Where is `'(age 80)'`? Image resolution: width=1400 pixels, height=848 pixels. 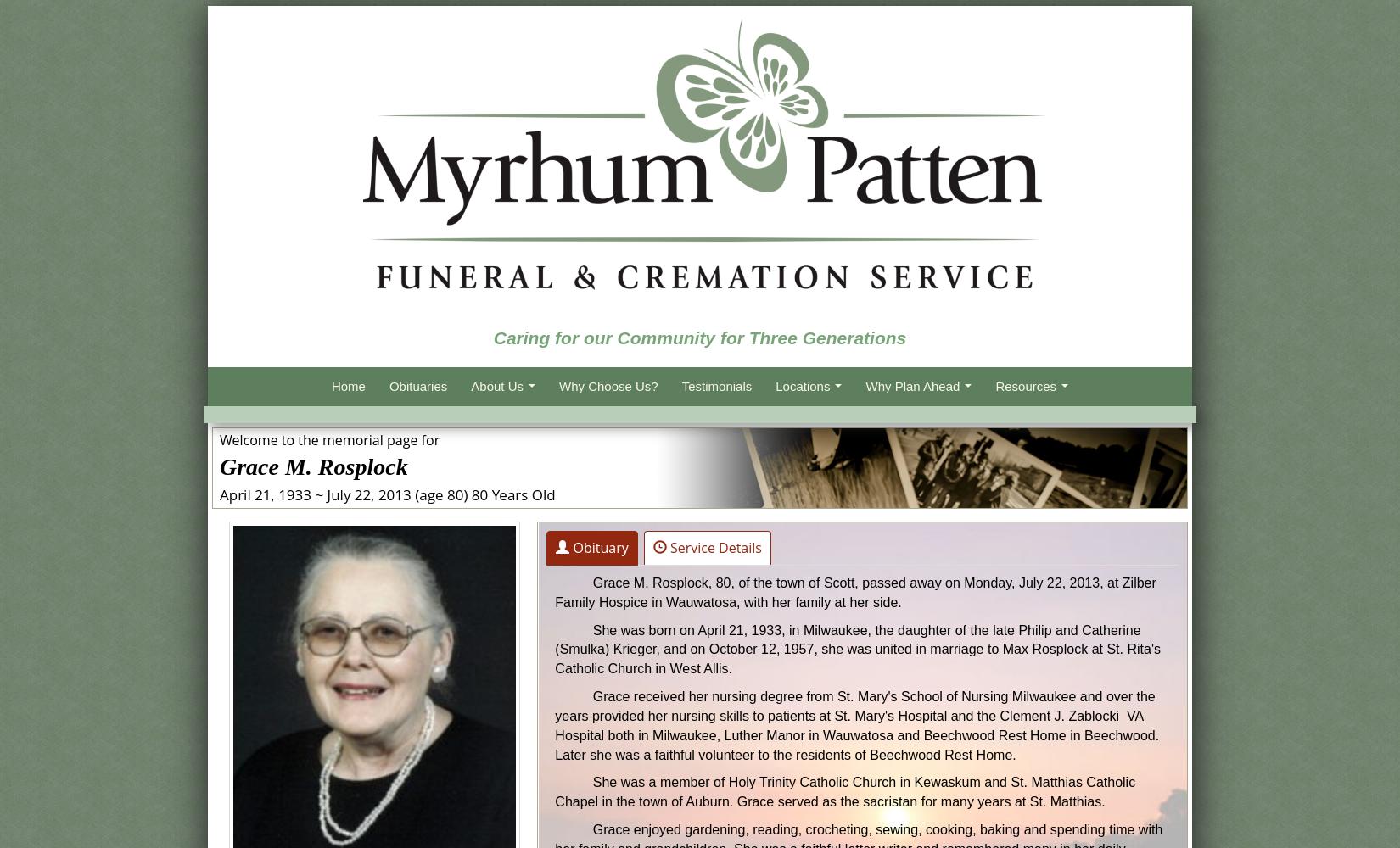 '(age 80)' is located at coordinates (438, 493).